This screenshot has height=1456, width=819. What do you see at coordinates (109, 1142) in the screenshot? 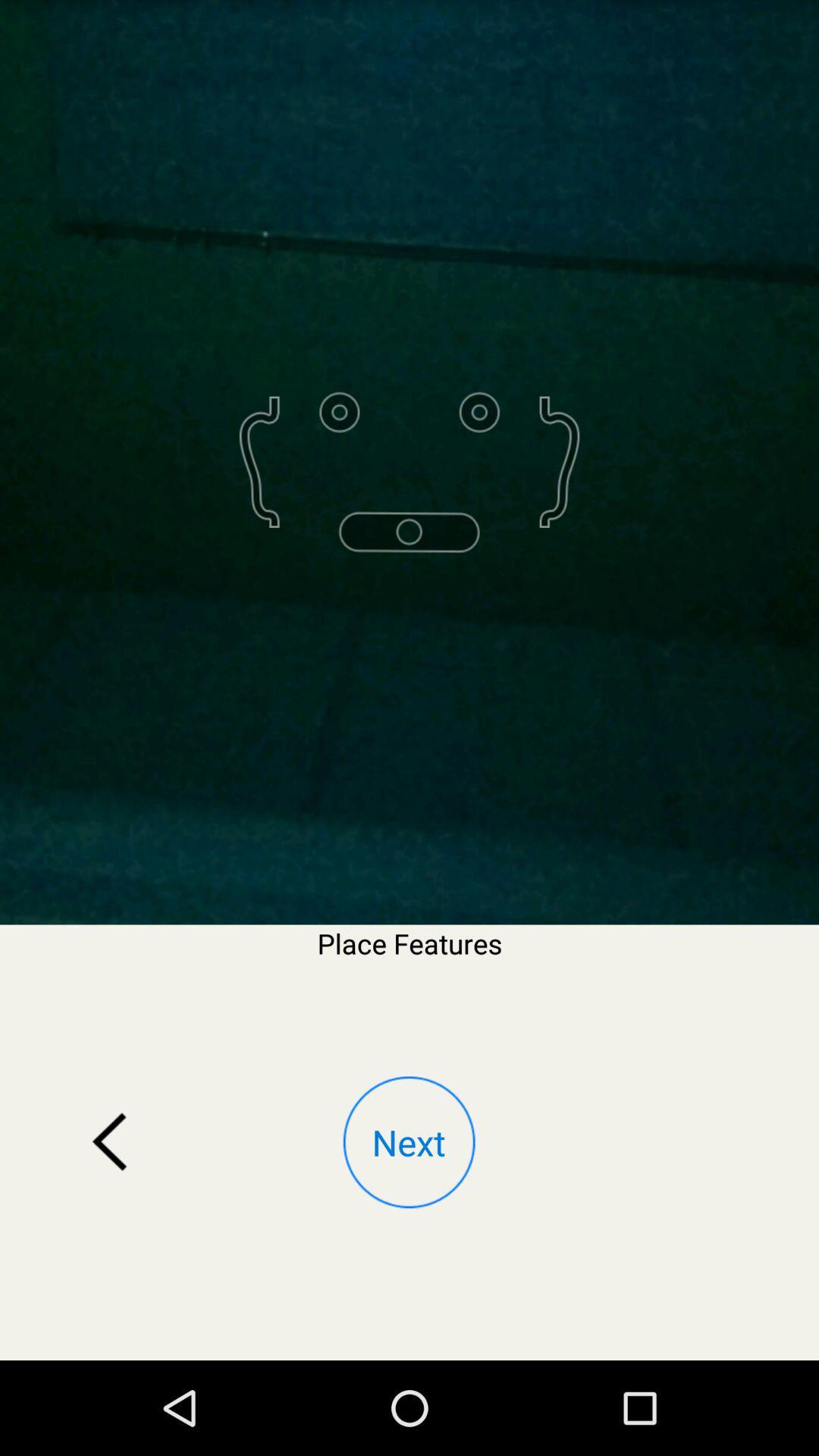
I see `the app below the place features item` at bounding box center [109, 1142].